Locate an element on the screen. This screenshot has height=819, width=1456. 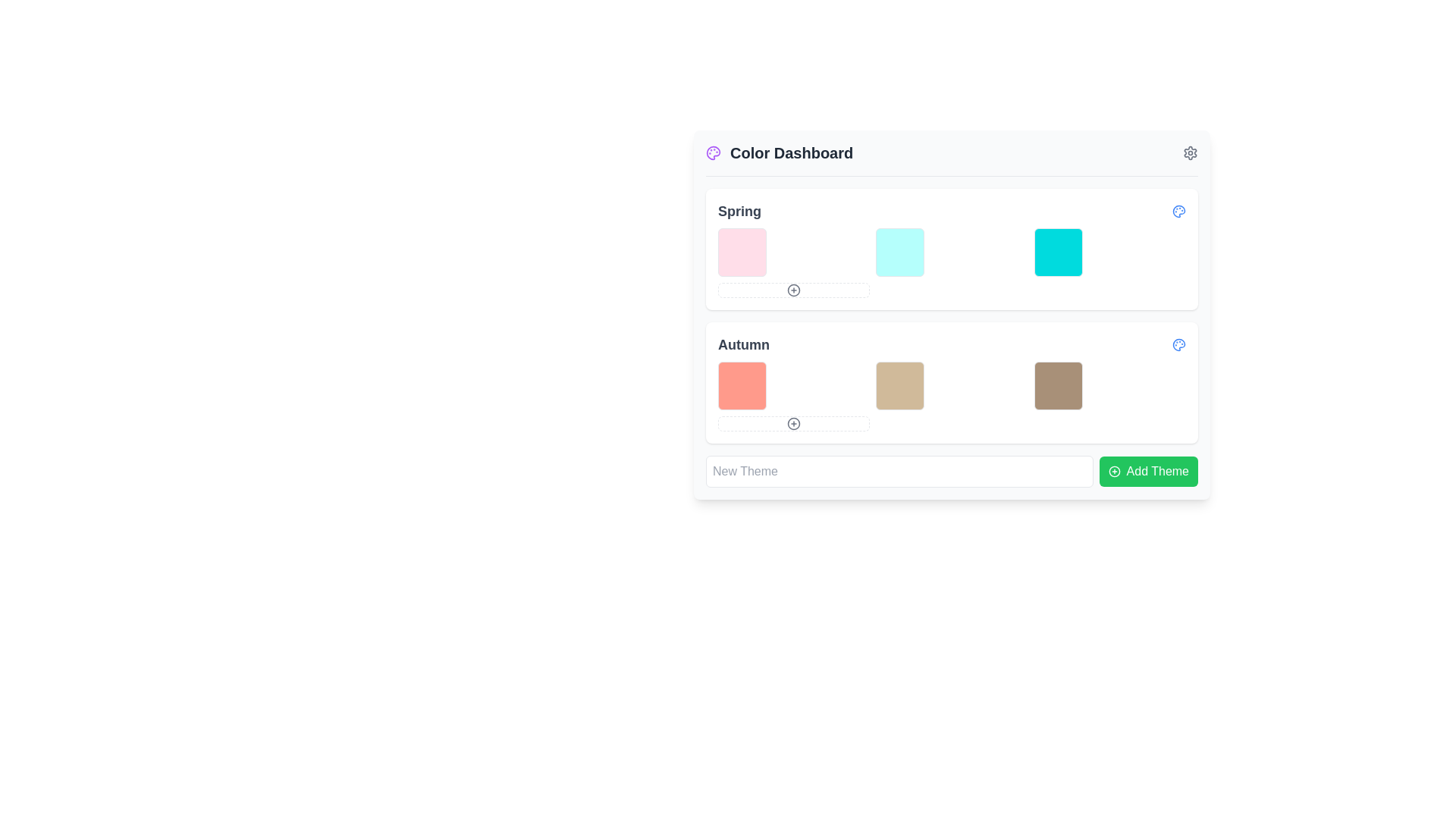
the first color display element is located at coordinates (742, 385).